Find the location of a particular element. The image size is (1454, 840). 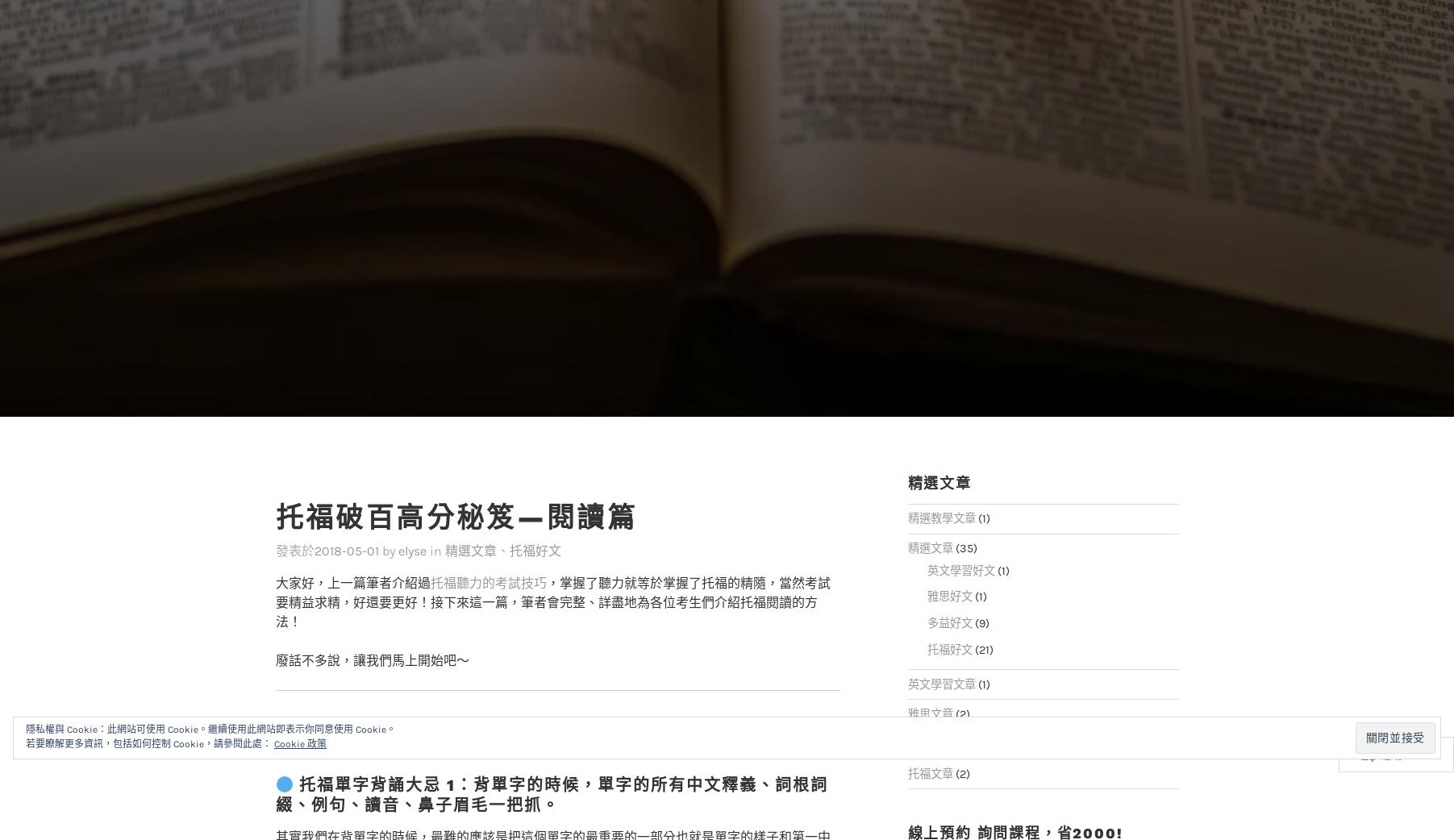

'2018-05-01' is located at coordinates (345, 518).